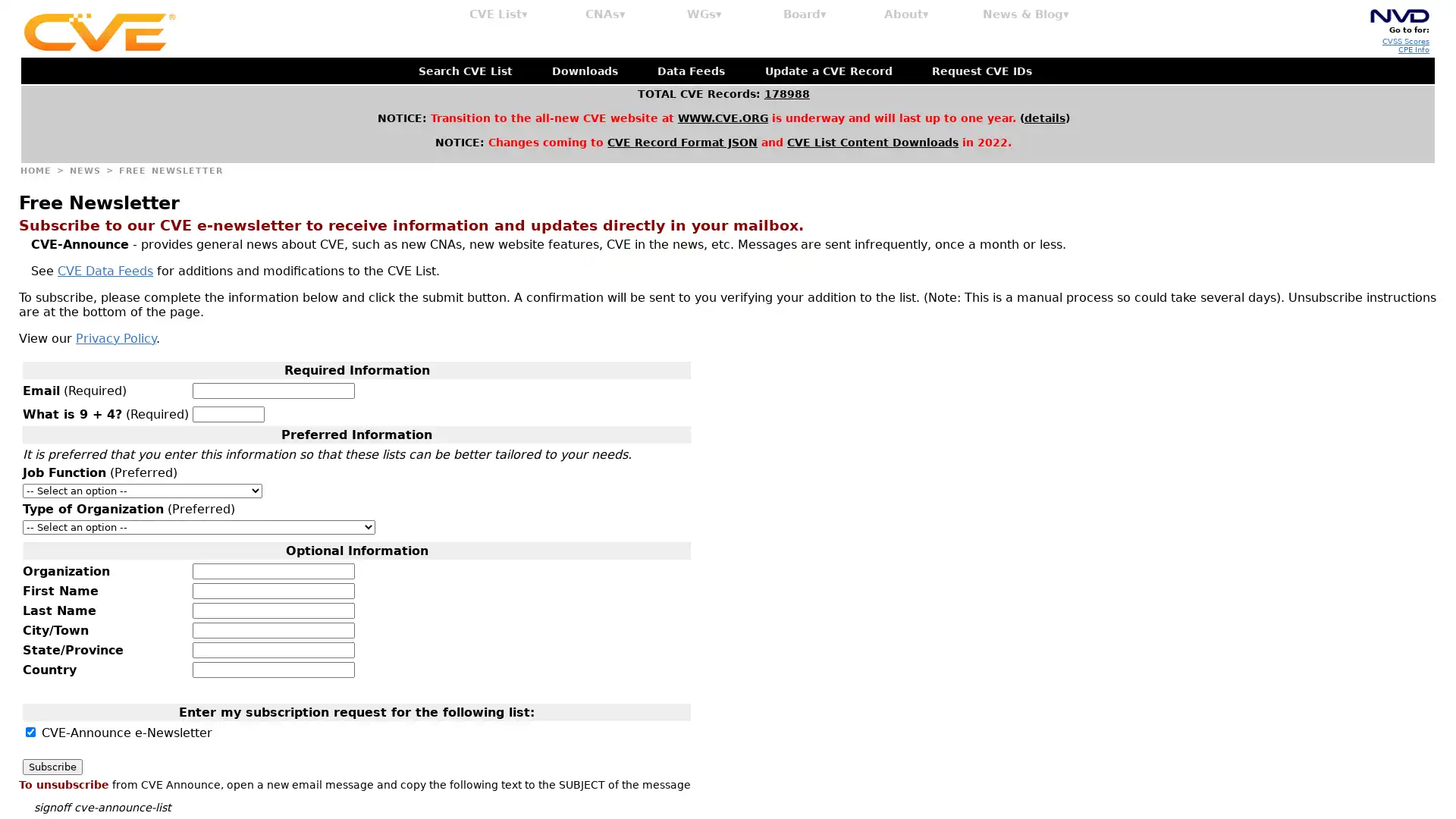 The height and width of the screenshot is (819, 1456). Describe the element at coordinates (704, 14) in the screenshot. I see `WGs` at that location.